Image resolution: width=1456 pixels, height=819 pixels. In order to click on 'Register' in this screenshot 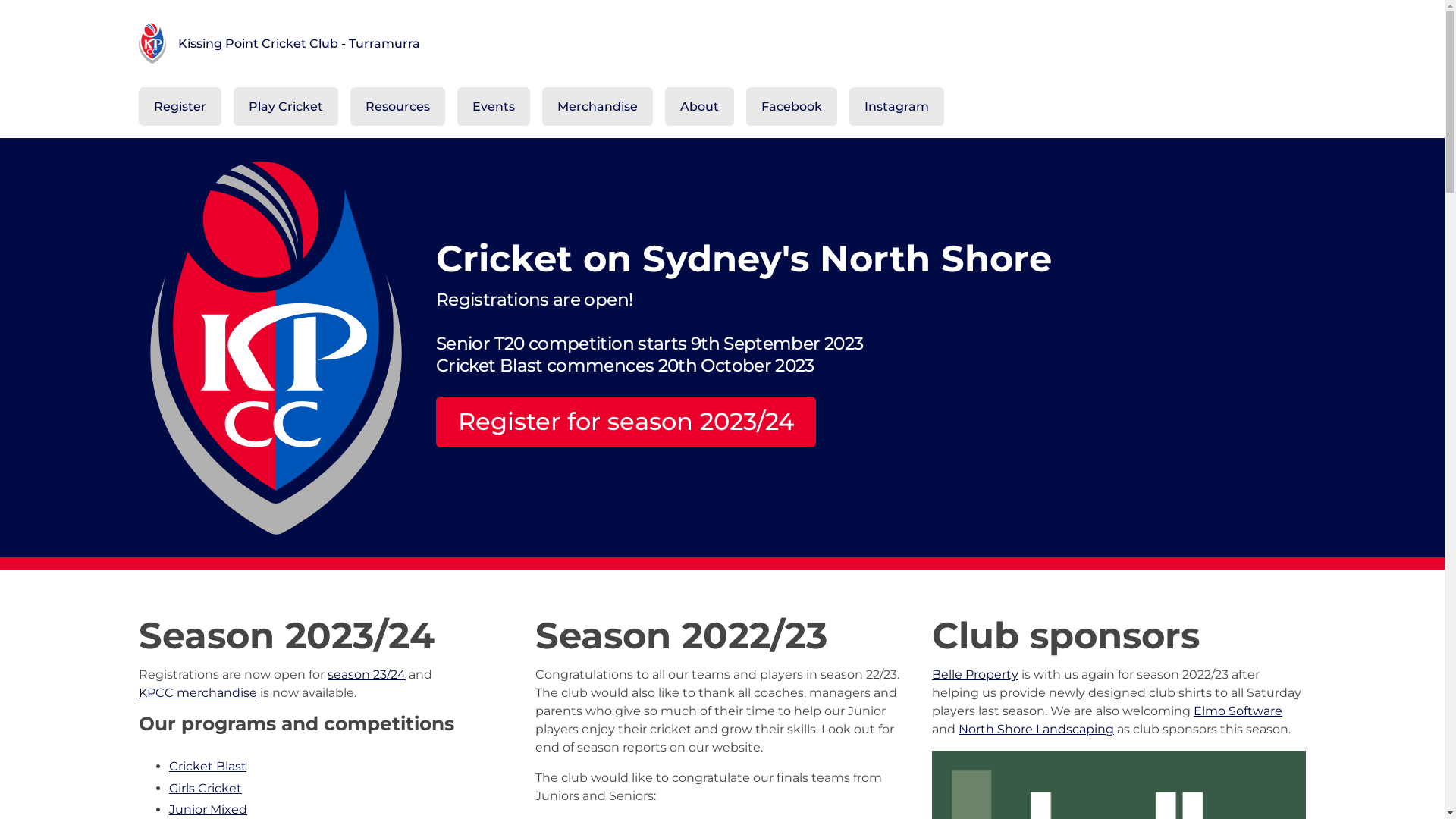, I will do `click(179, 105)`.